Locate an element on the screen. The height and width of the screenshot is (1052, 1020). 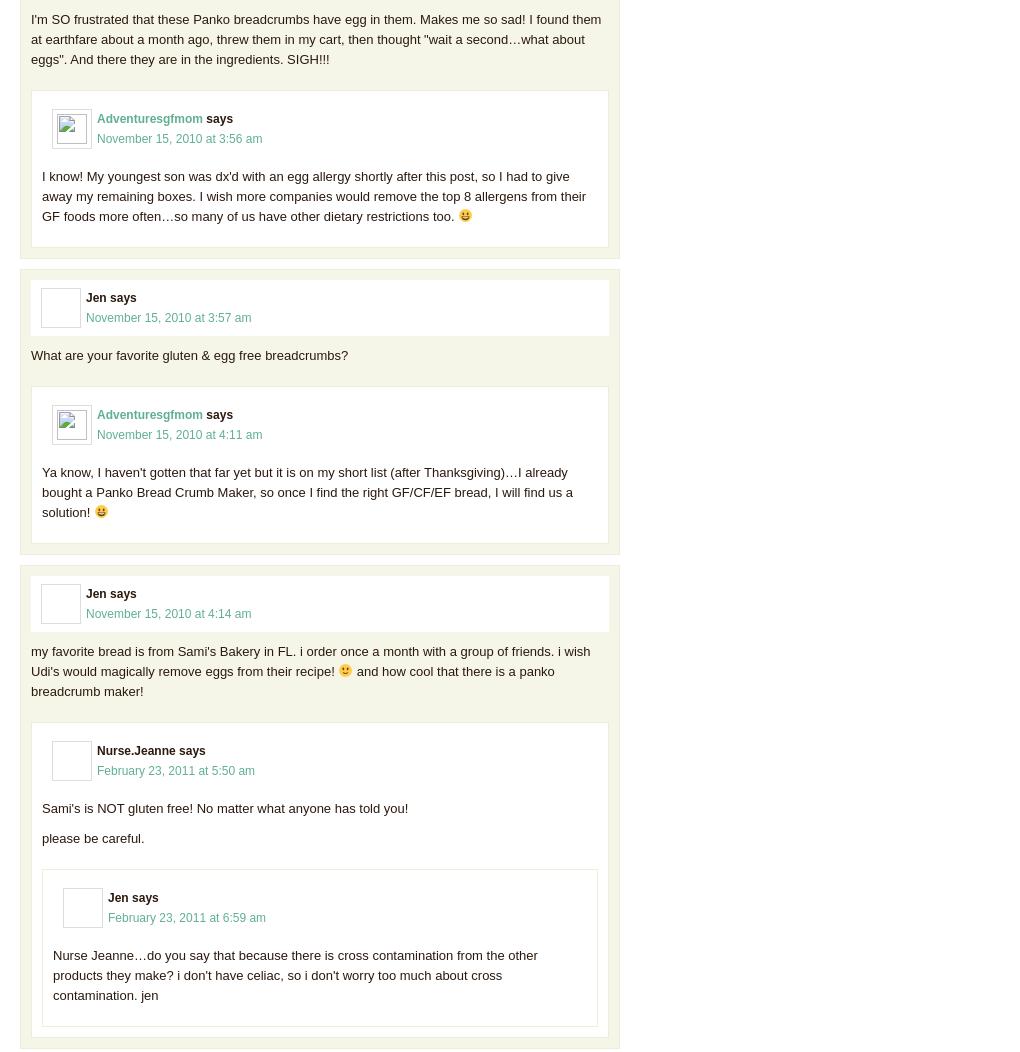
'Sami's is NOT gluten free!  No matter what anyone has told you!' is located at coordinates (225, 807).